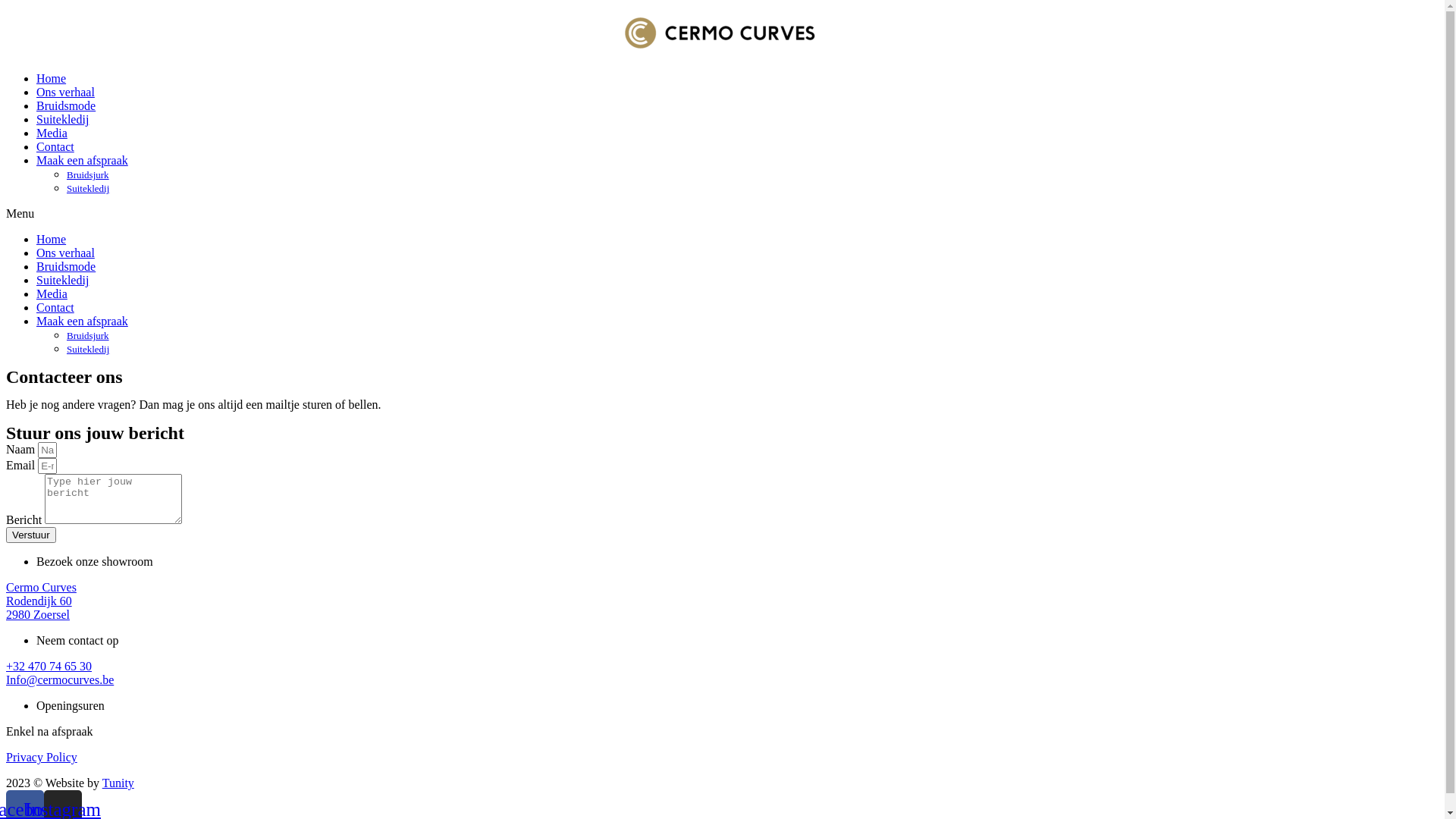 This screenshot has height=819, width=1456. Describe the element at coordinates (41, 586) in the screenshot. I see `'Cermo Curves'` at that location.